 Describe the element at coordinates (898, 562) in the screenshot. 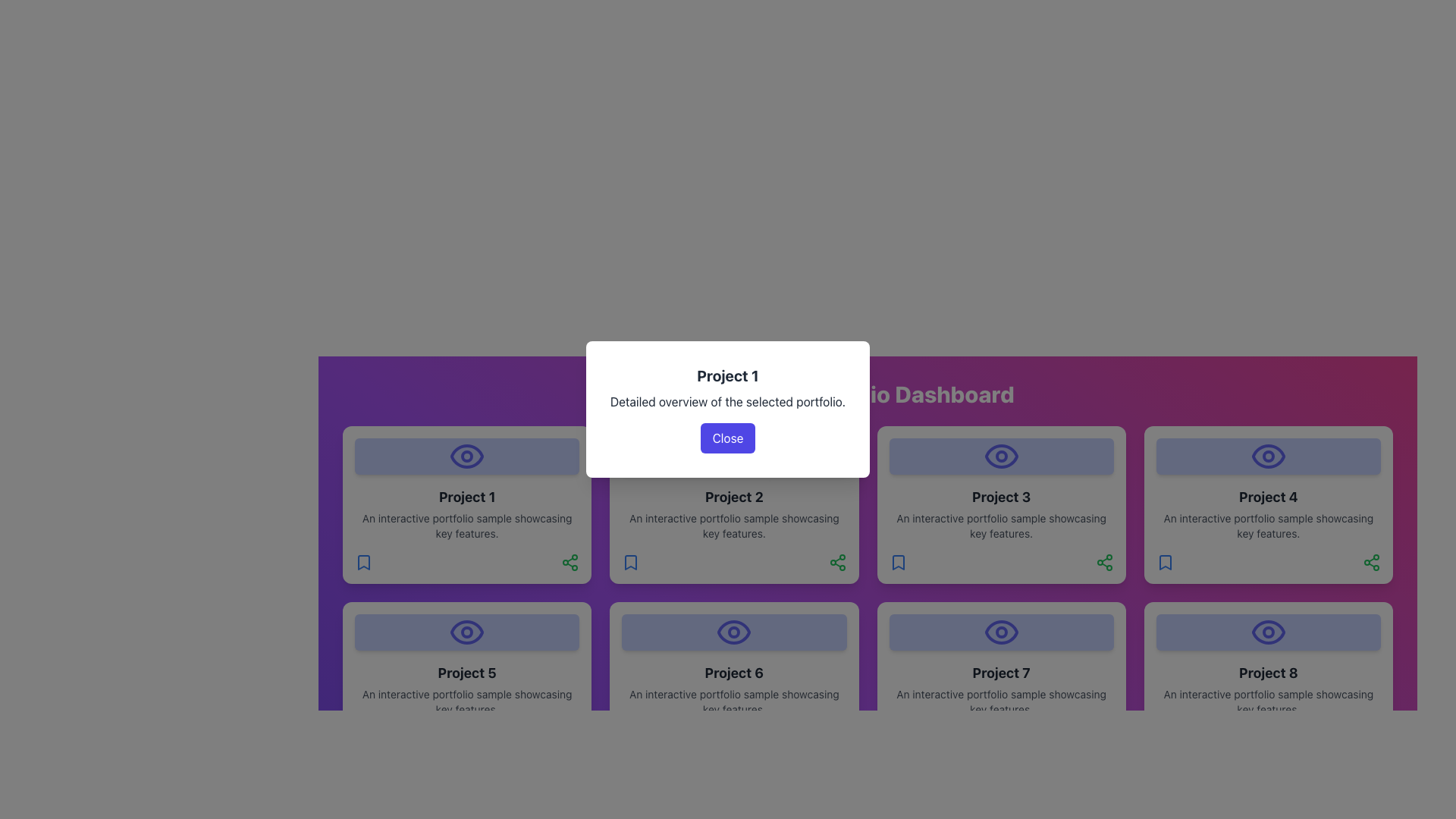

I see `the bookmark icon located at the bottom-left corner of the third card from the left in the top row of the grid layout` at that location.